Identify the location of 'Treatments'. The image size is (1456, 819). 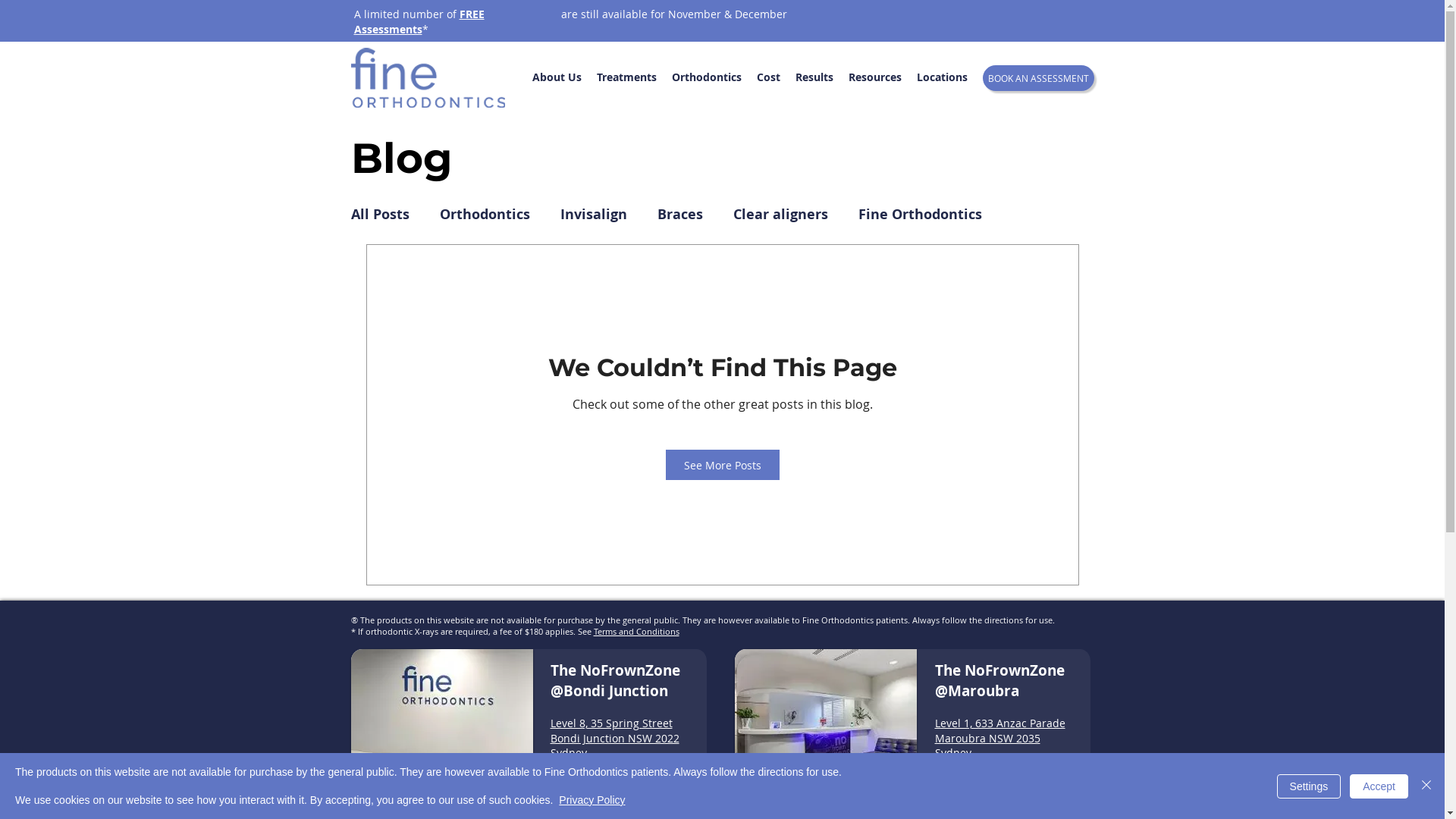
(626, 77).